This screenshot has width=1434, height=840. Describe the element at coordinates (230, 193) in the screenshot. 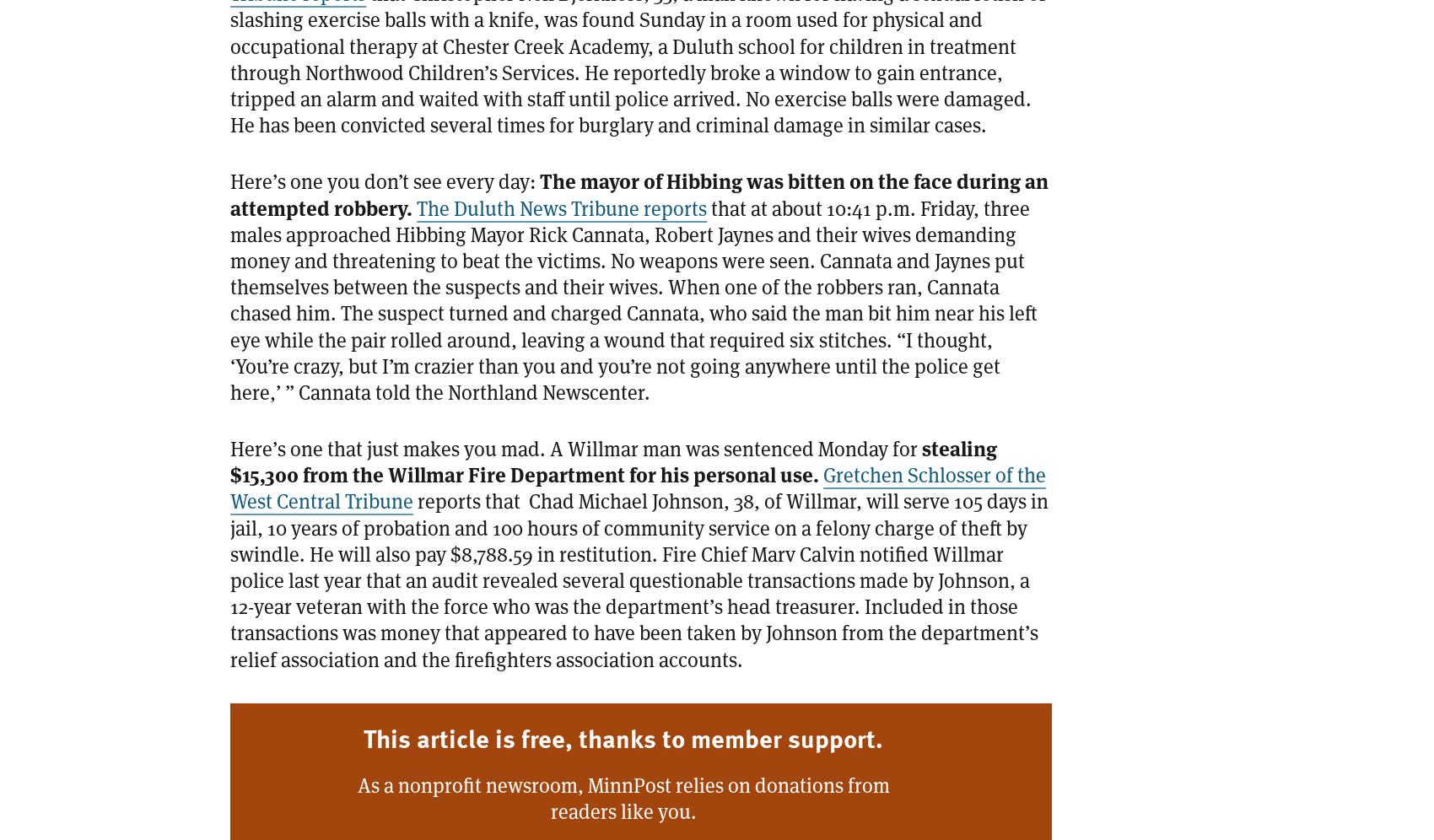

I see `'The mayor of Hibbing was bitten on the face during an attempted robbery.'` at that location.